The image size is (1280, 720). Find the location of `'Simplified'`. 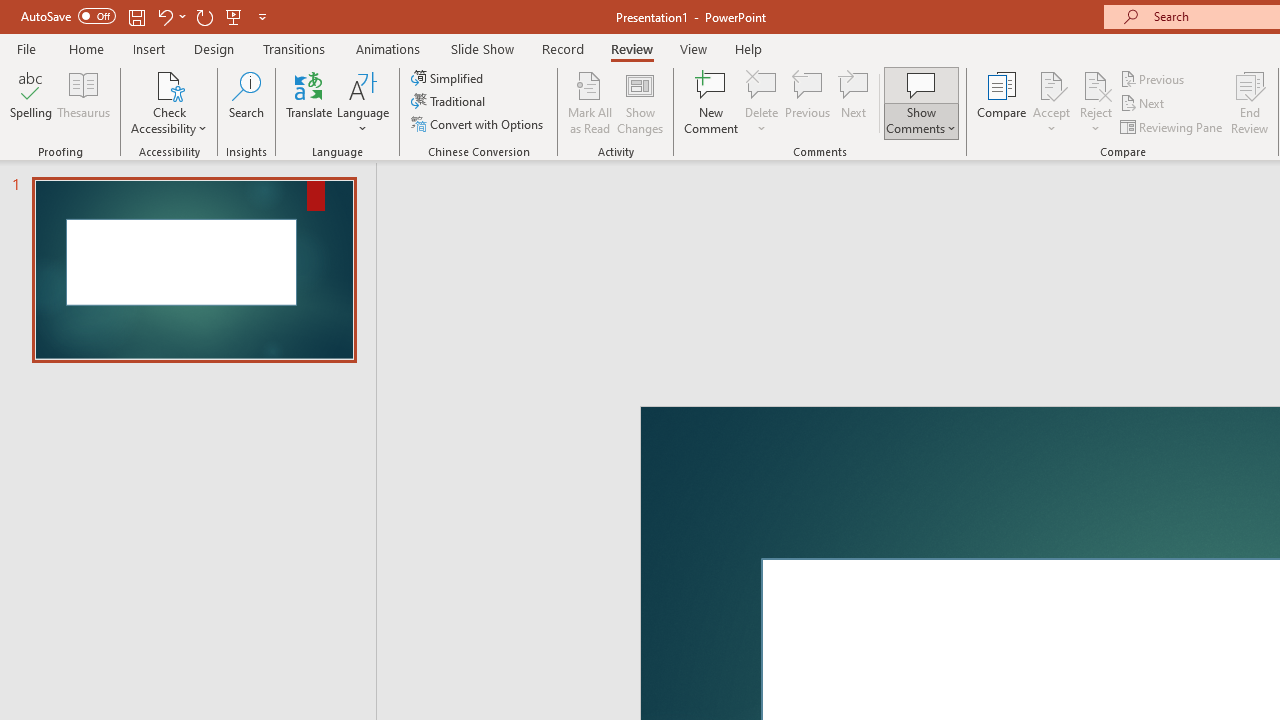

'Simplified' is located at coordinates (448, 77).